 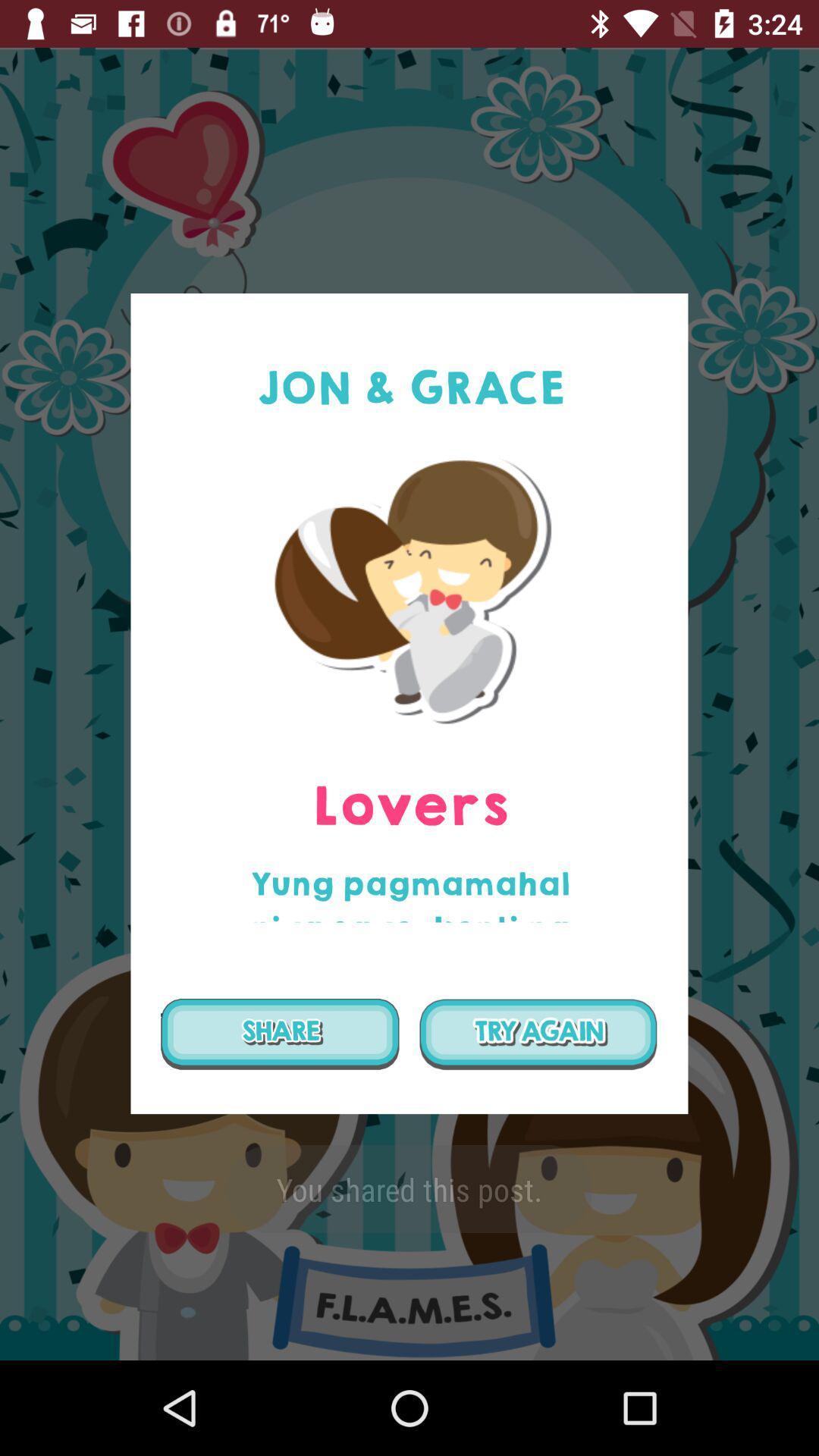 What do you see at coordinates (280, 1033) in the screenshot?
I see `share the photo` at bounding box center [280, 1033].